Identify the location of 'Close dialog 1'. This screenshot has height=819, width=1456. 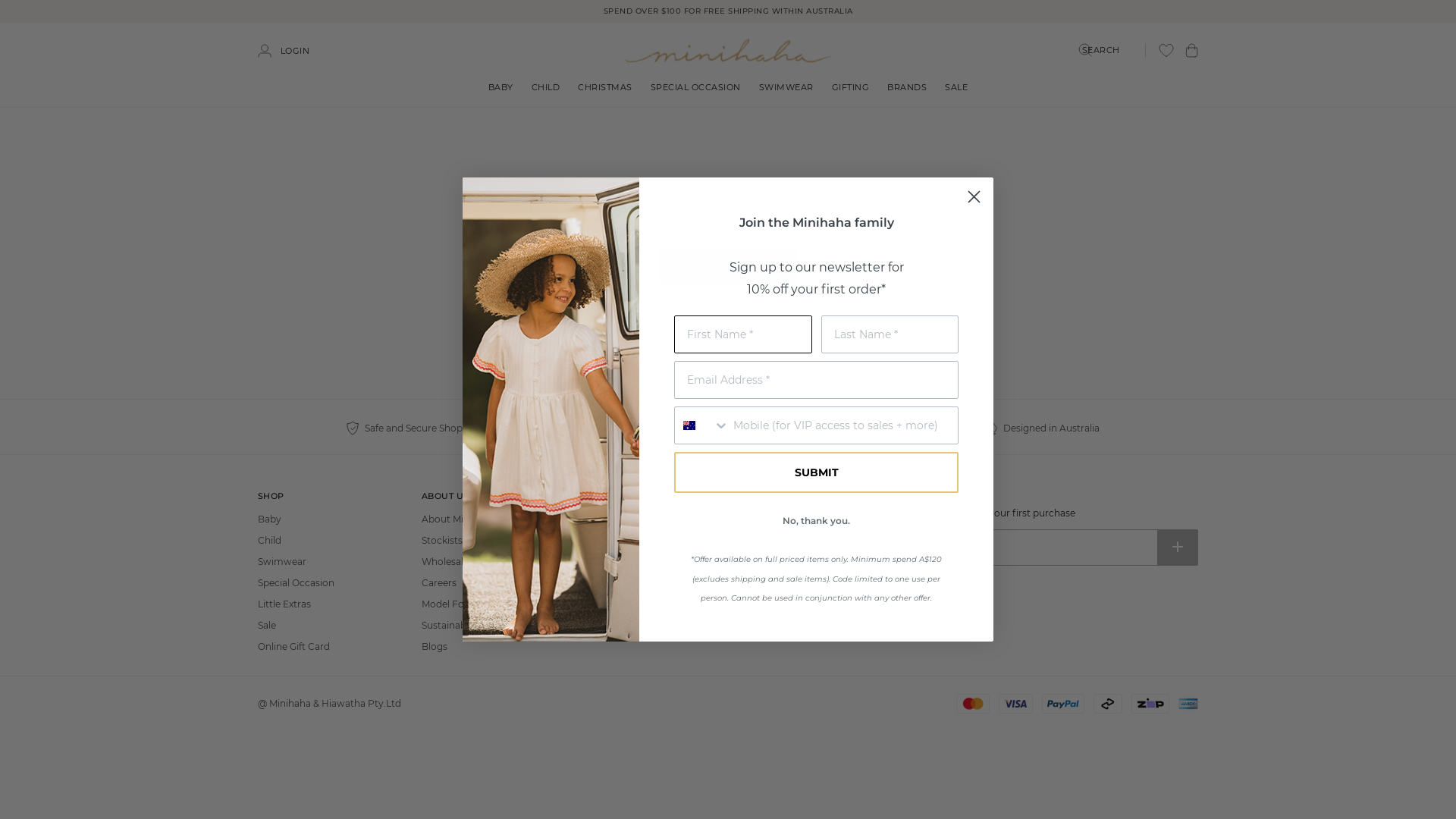
(974, 196).